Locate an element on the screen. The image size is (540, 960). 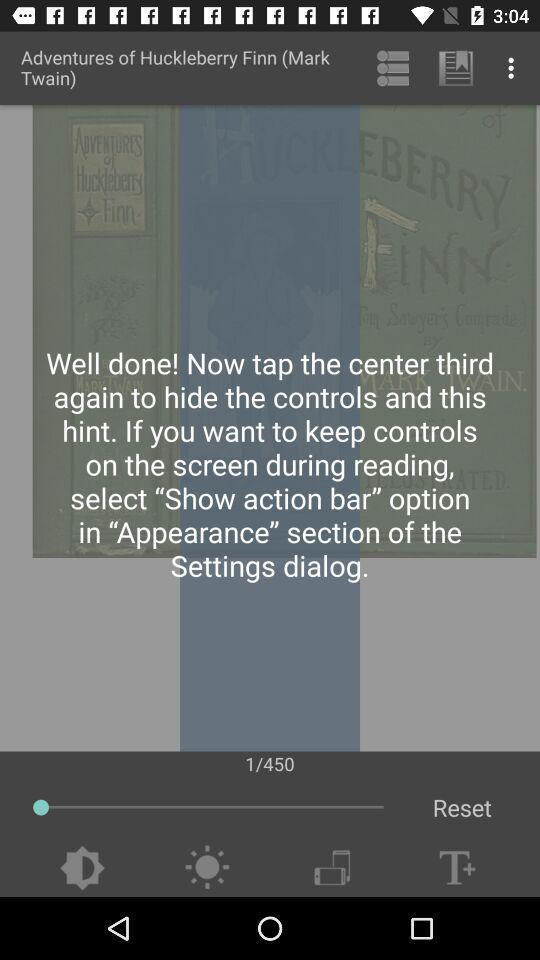
increase text size is located at coordinates (457, 867).